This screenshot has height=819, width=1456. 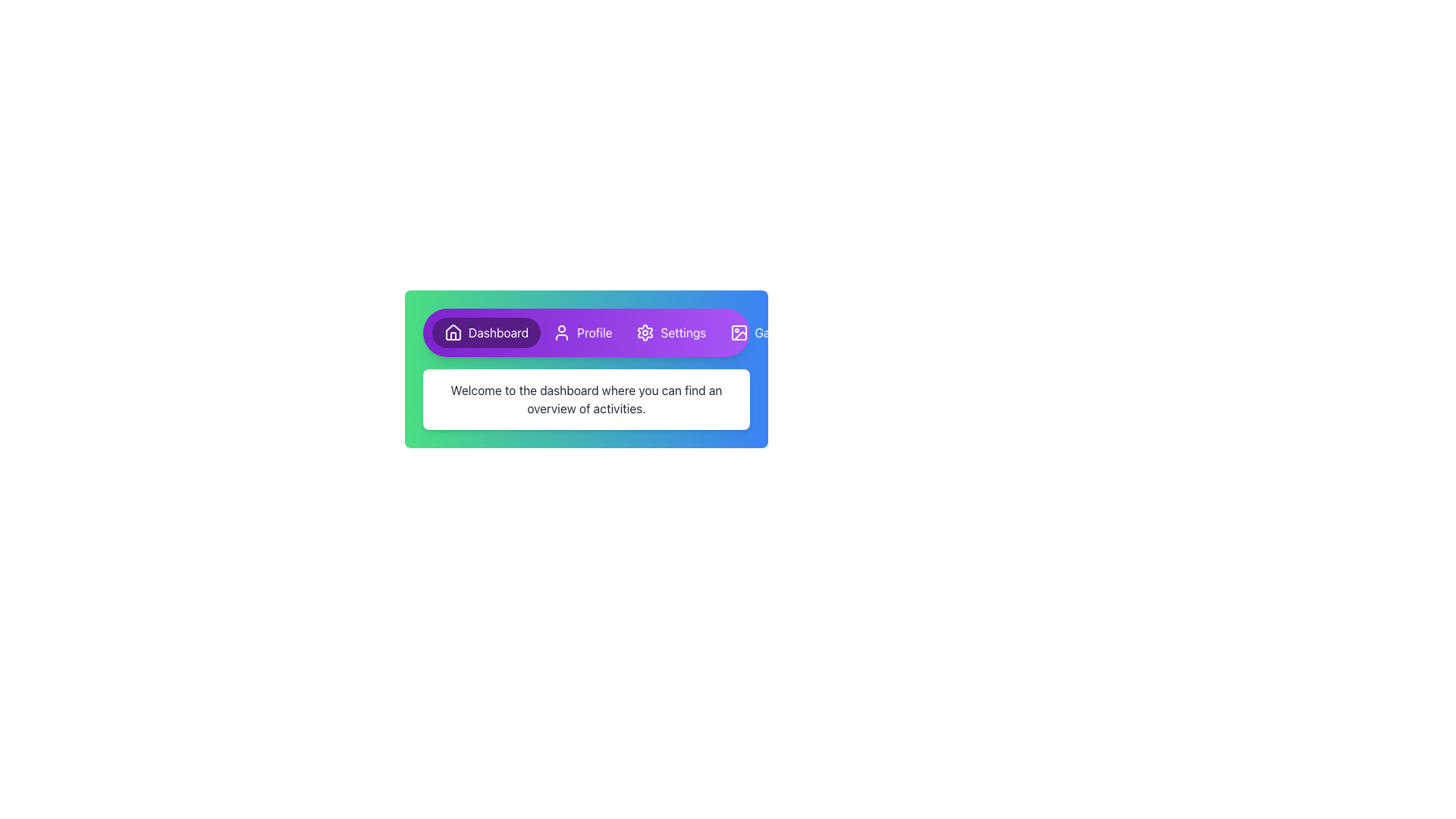 I want to click on the small icon representing an image with a purple background in the navigation bar, so click(x=739, y=332).